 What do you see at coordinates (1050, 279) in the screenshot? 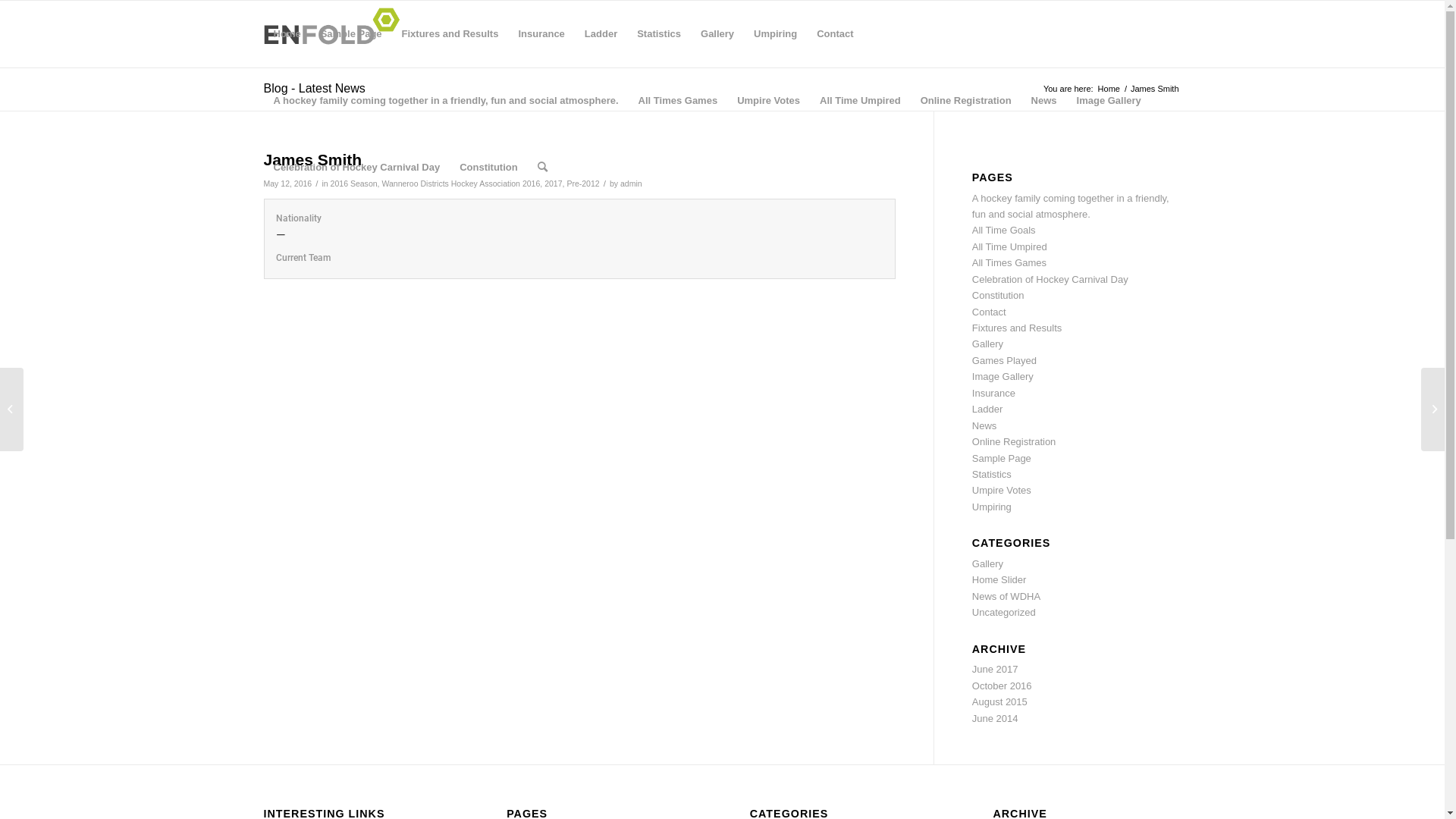
I see `'Celebration of Hockey Carnival Day'` at bounding box center [1050, 279].